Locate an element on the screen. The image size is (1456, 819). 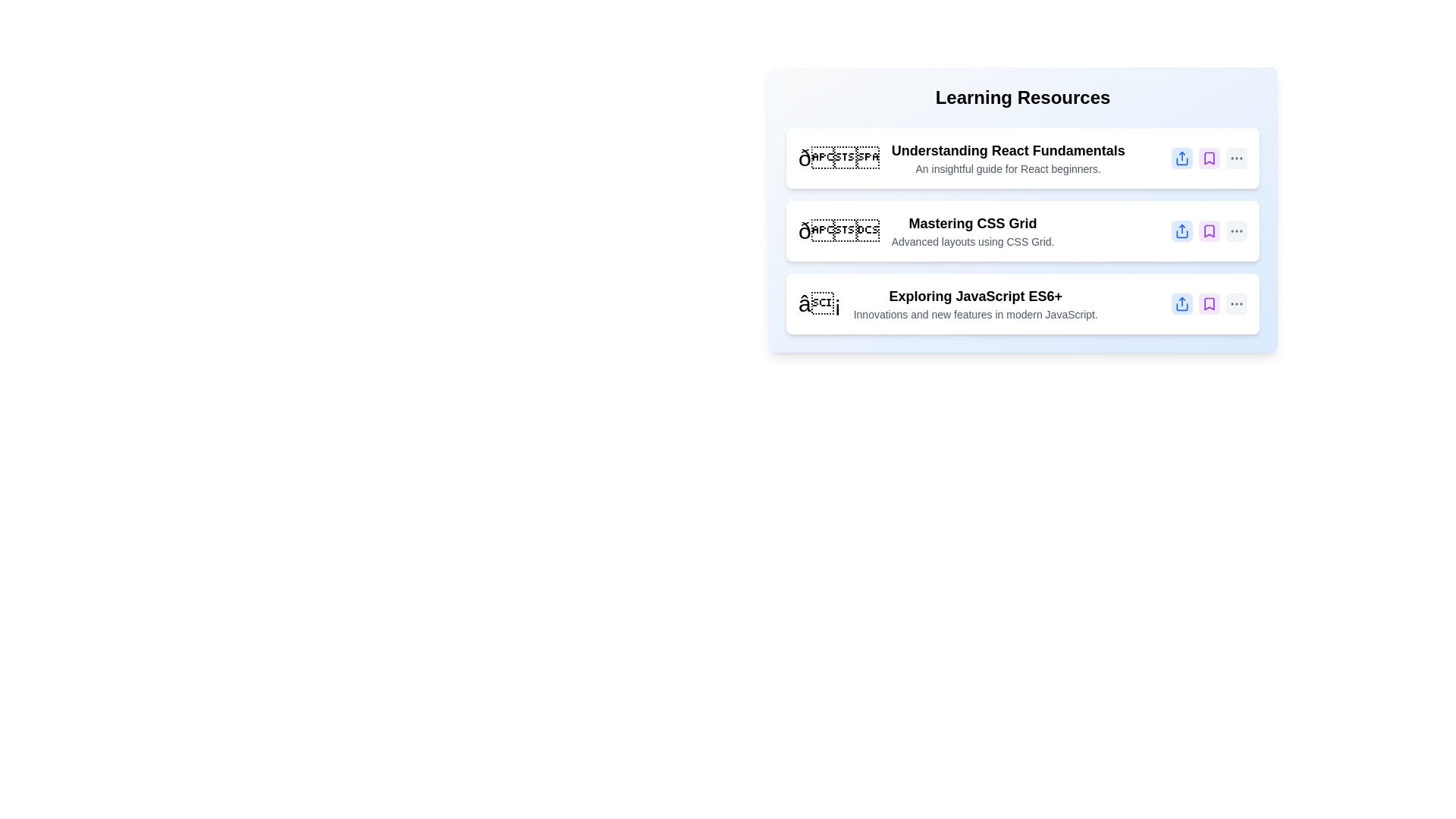
the item Exploring JavaScript ES6+ to observe the hover effect is located at coordinates (1022, 304).